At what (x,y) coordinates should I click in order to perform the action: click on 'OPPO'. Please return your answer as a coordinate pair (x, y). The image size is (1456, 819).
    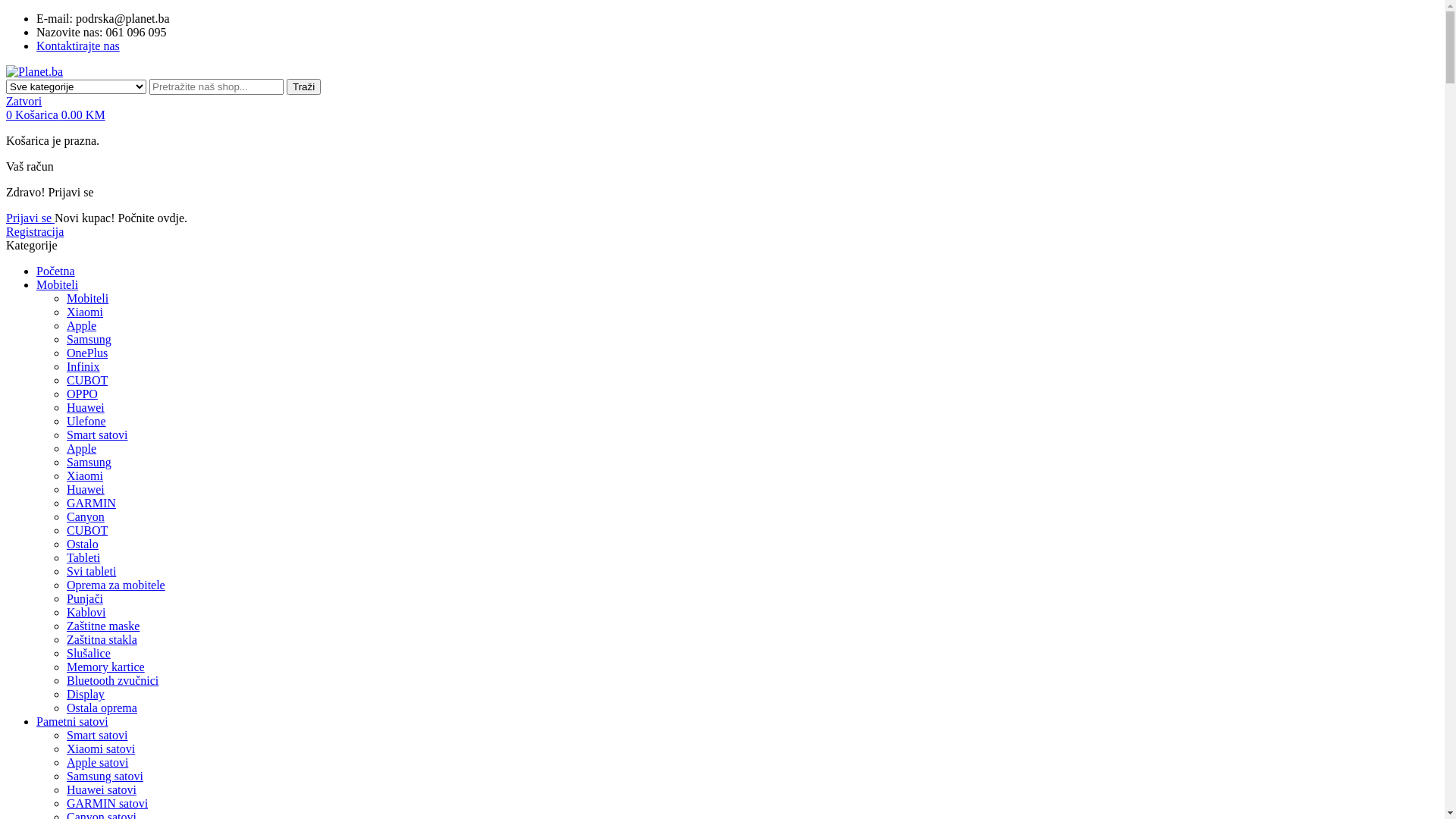
    Looking at the image, I should click on (81, 393).